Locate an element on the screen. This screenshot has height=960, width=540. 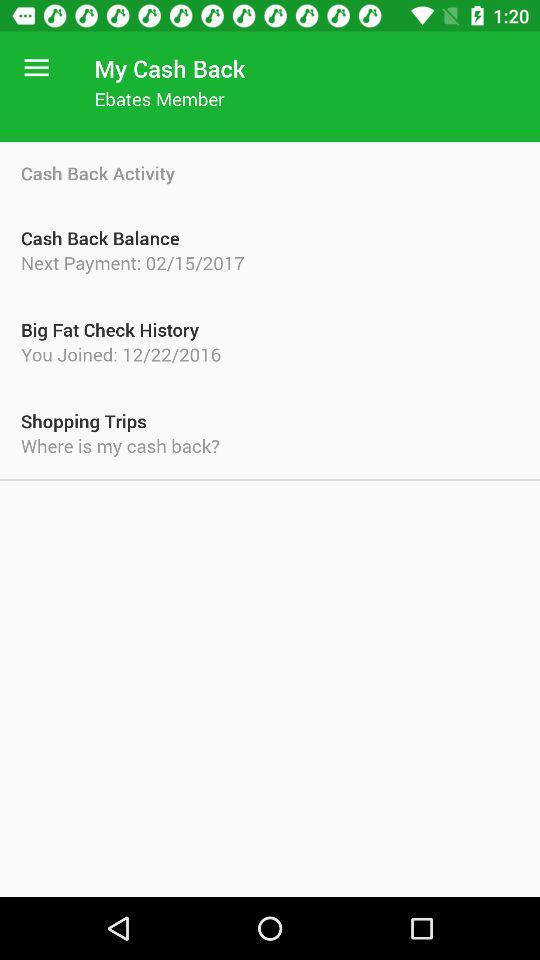
next payment 02 item is located at coordinates (270, 261).